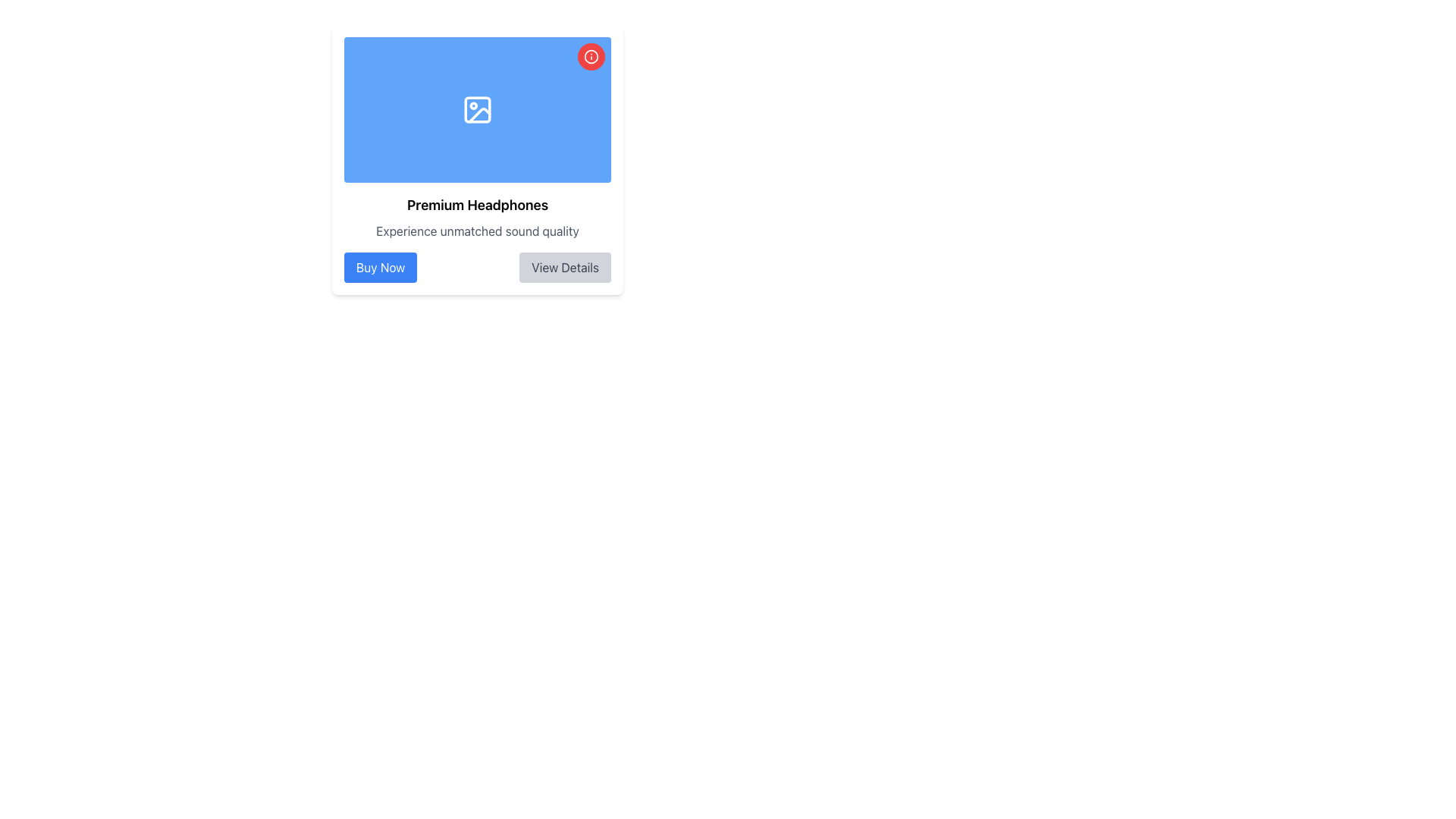 The image size is (1456, 819). What do you see at coordinates (590, 55) in the screenshot?
I see `the informational button located in the top-right corner of the card above the 'Premium Headphones' and 'Buy Now' buttons` at bounding box center [590, 55].